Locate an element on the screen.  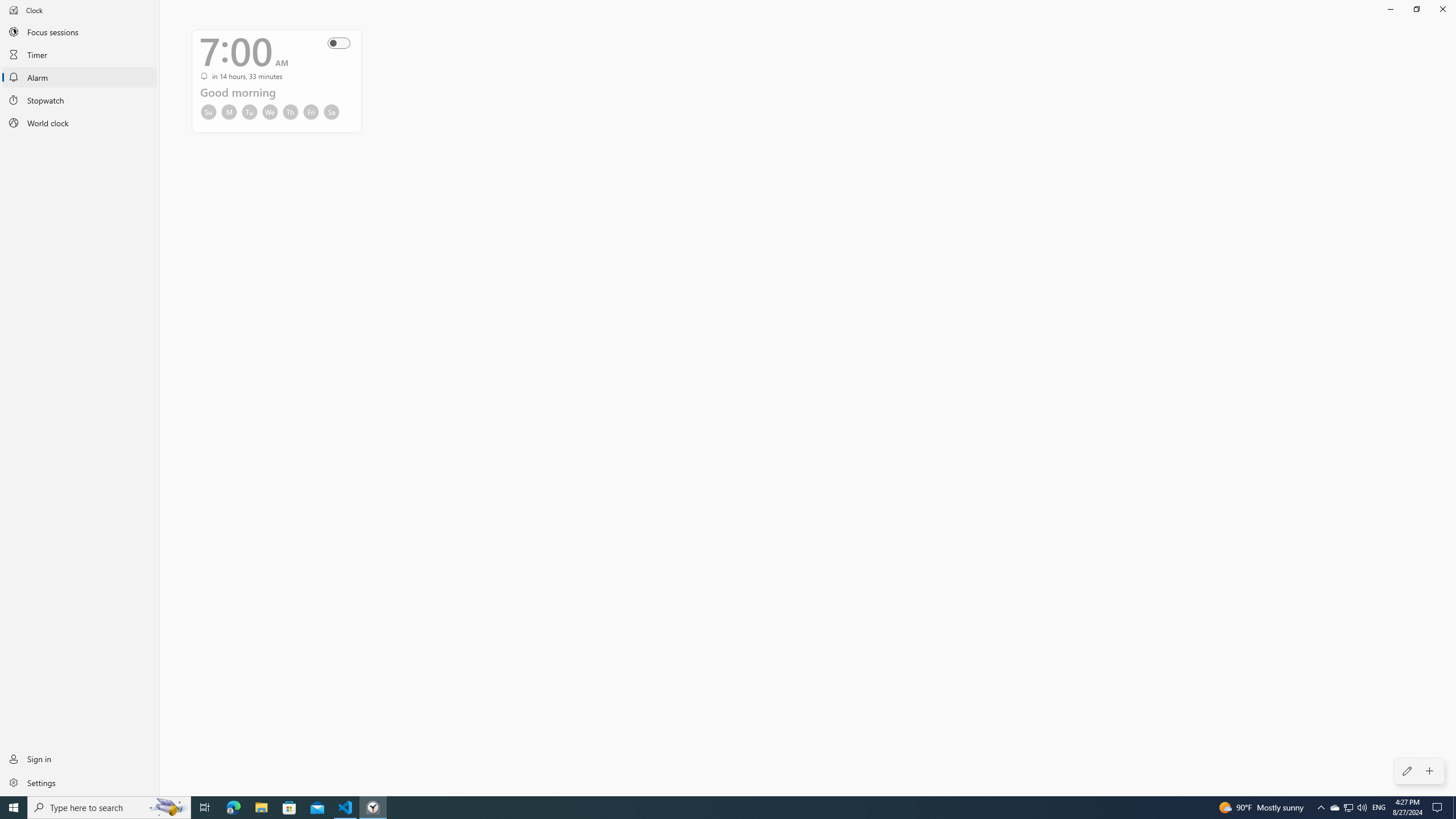
'Sign in' is located at coordinates (79, 758).